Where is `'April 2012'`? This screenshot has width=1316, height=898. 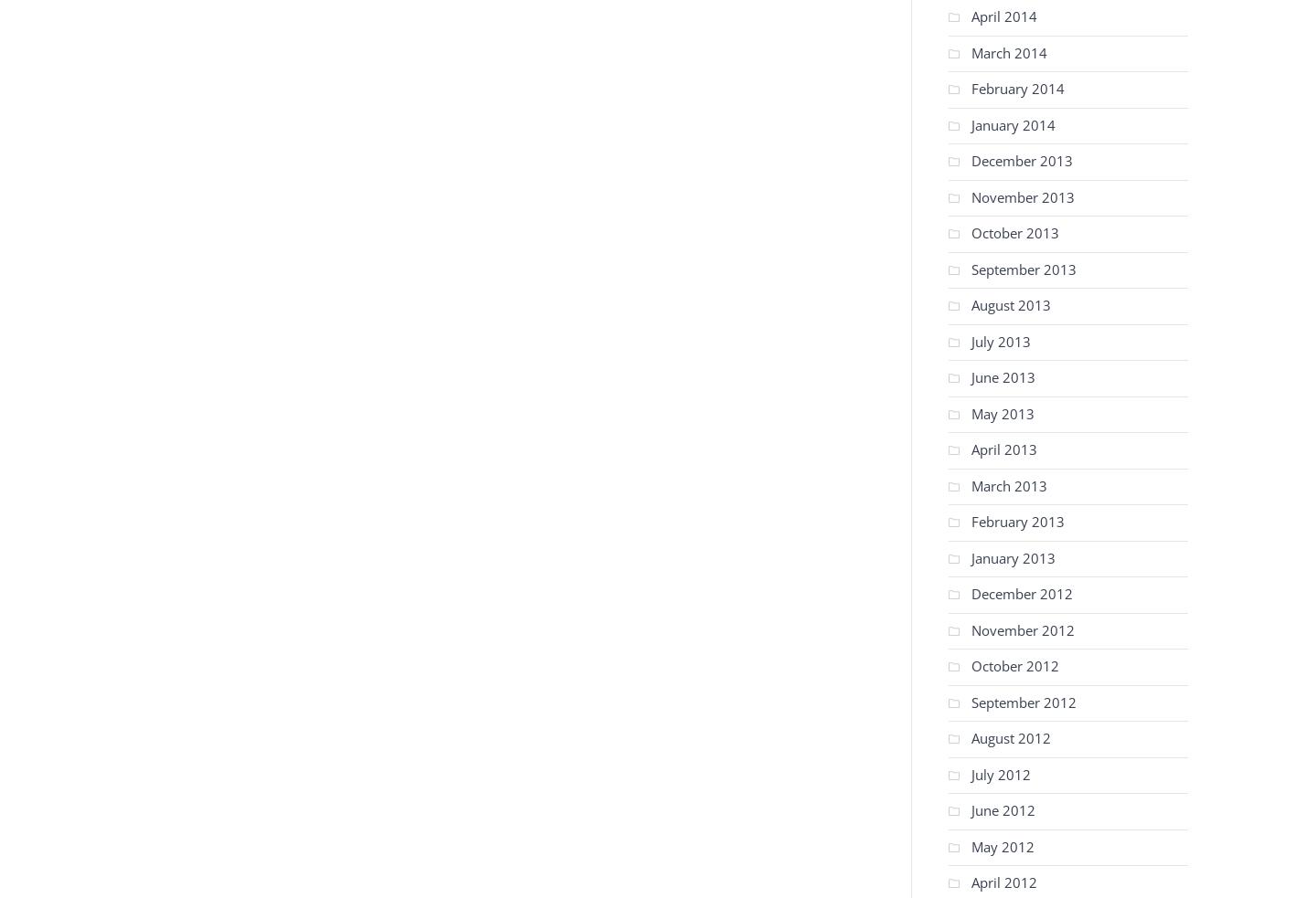 'April 2012' is located at coordinates (971, 882).